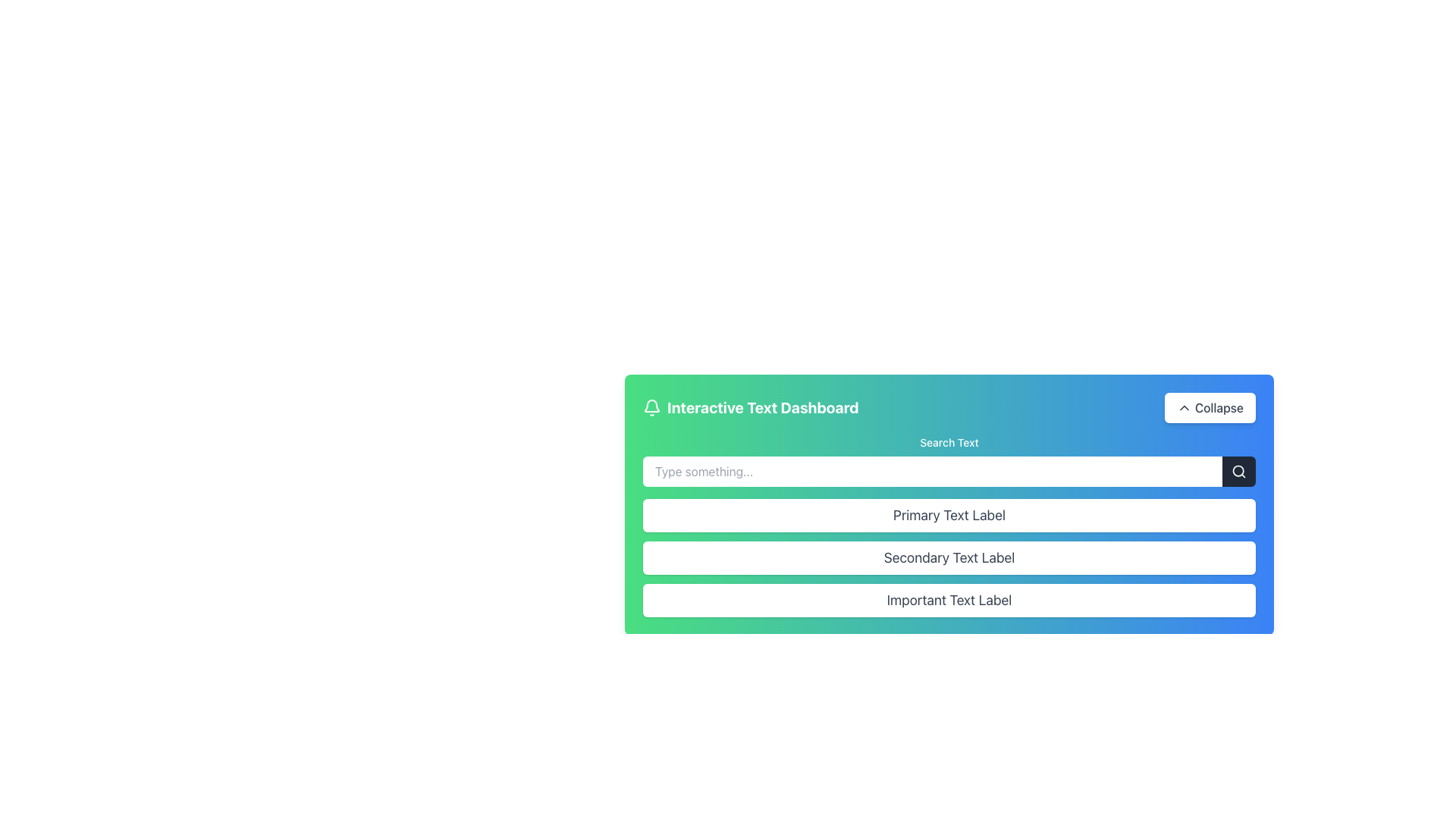 This screenshot has width=1456, height=819. Describe the element at coordinates (1238, 470) in the screenshot. I see `the search button located on the far right side of the 'Search Text' input field` at that location.